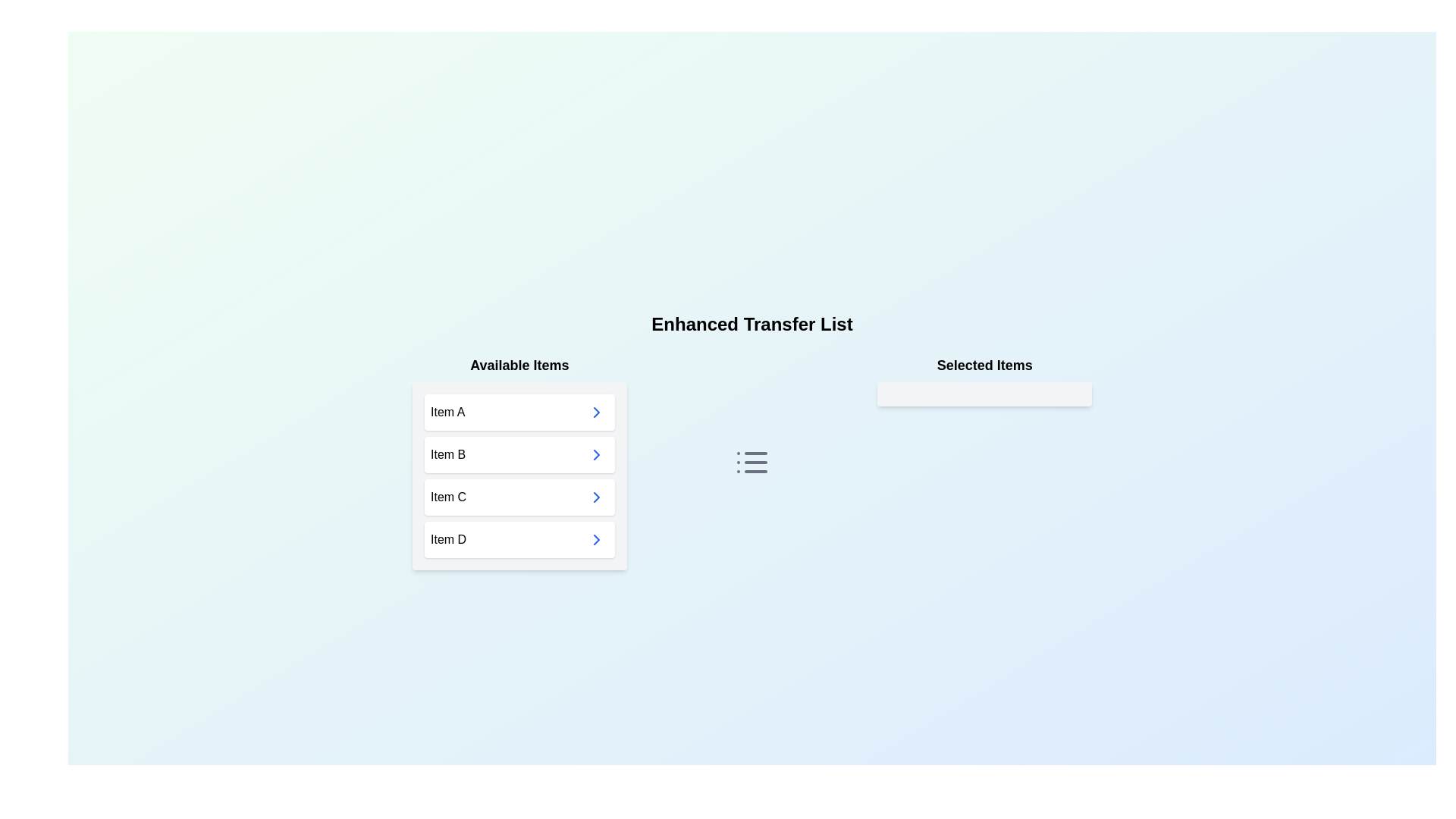 Image resolution: width=1456 pixels, height=819 pixels. I want to click on the central icon in the component, so click(752, 461).